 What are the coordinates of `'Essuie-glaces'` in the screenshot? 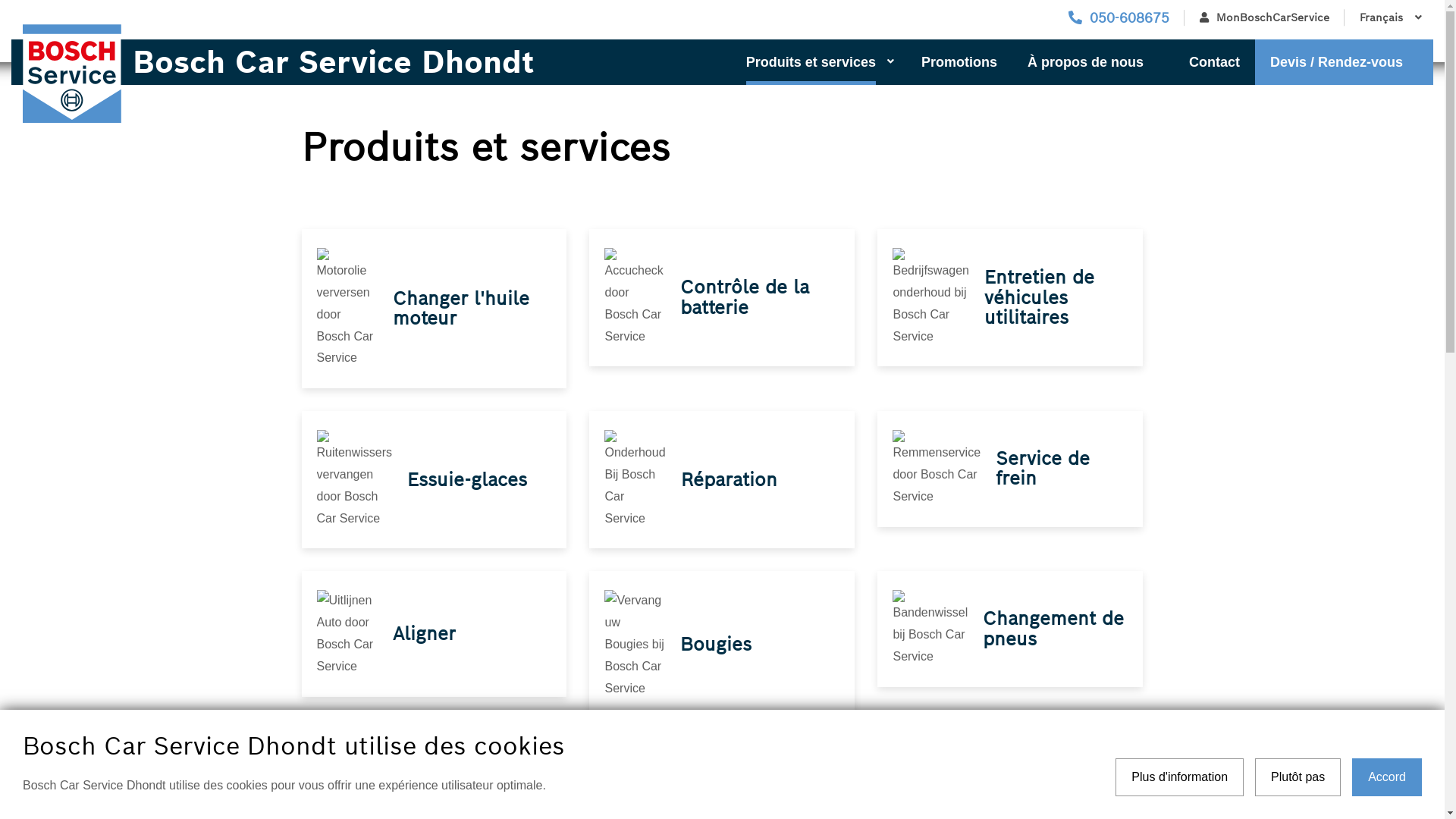 It's located at (466, 479).